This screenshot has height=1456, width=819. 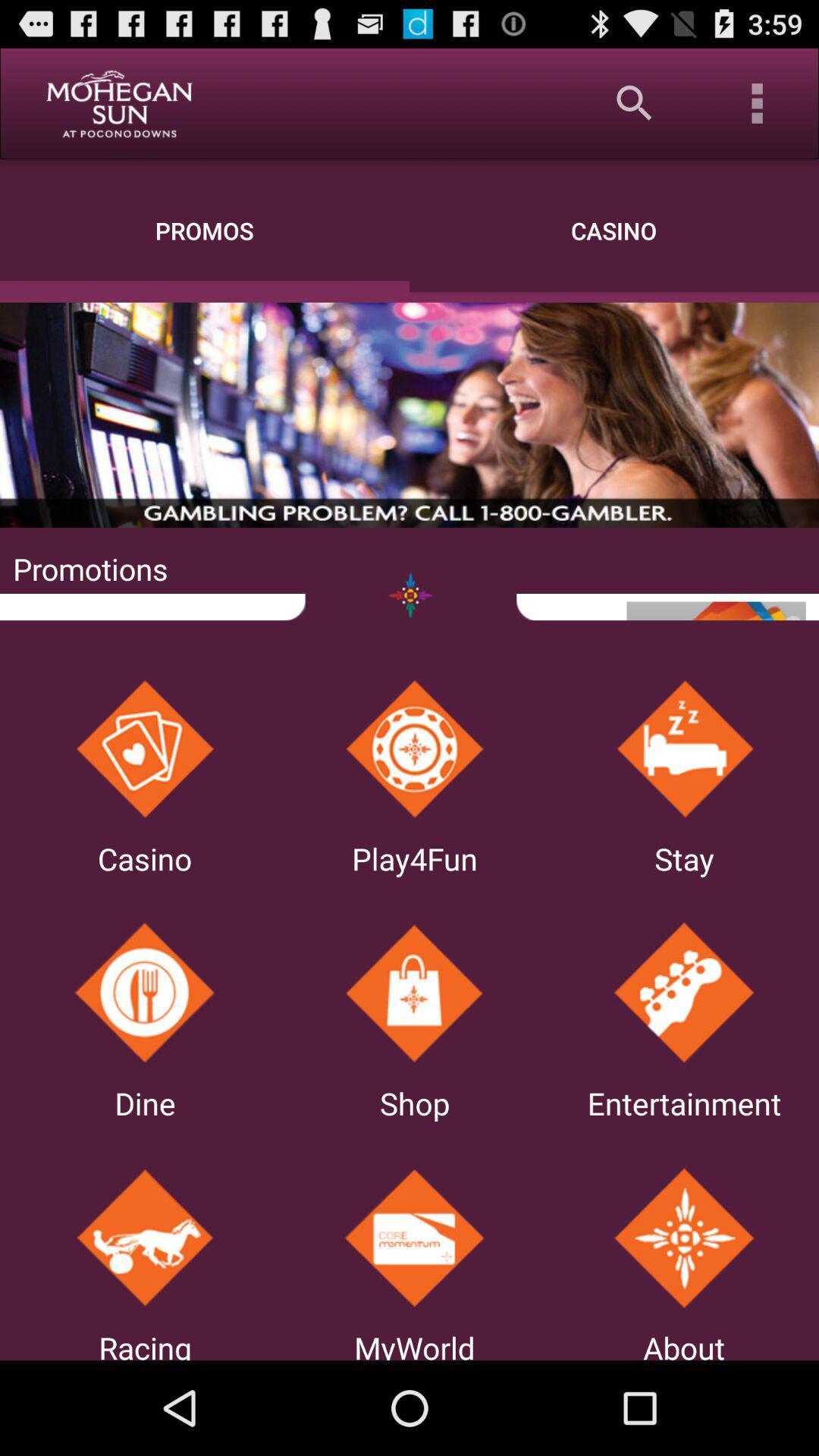 I want to click on the search icon, so click(x=635, y=102).